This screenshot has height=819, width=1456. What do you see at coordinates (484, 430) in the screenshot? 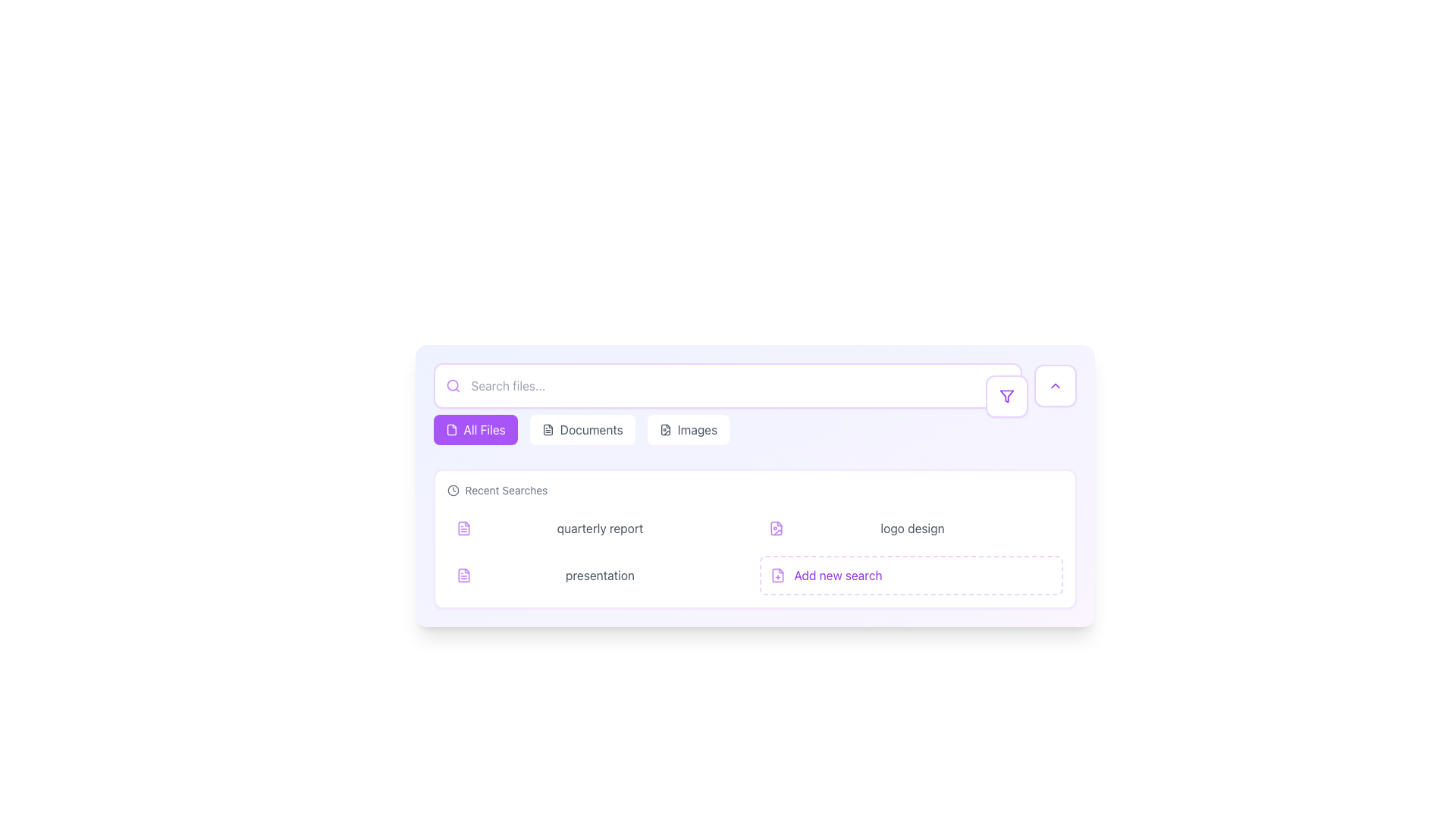
I see `the selectable text label in the navigation menu to trigger the tooltip` at bounding box center [484, 430].